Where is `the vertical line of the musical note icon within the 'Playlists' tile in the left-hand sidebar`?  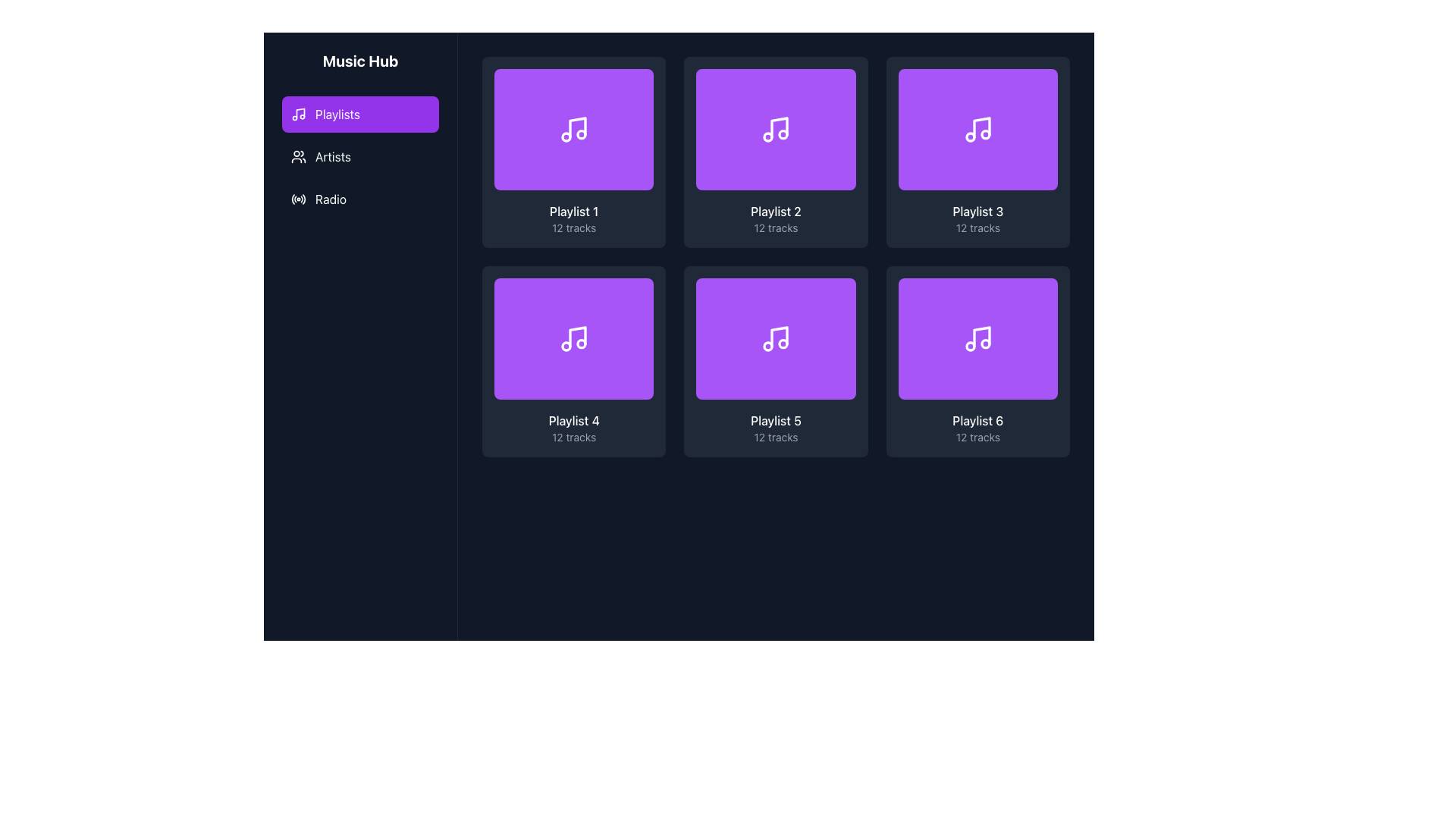 the vertical line of the musical note icon within the 'Playlists' tile in the left-hand sidebar is located at coordinates (300, 112).